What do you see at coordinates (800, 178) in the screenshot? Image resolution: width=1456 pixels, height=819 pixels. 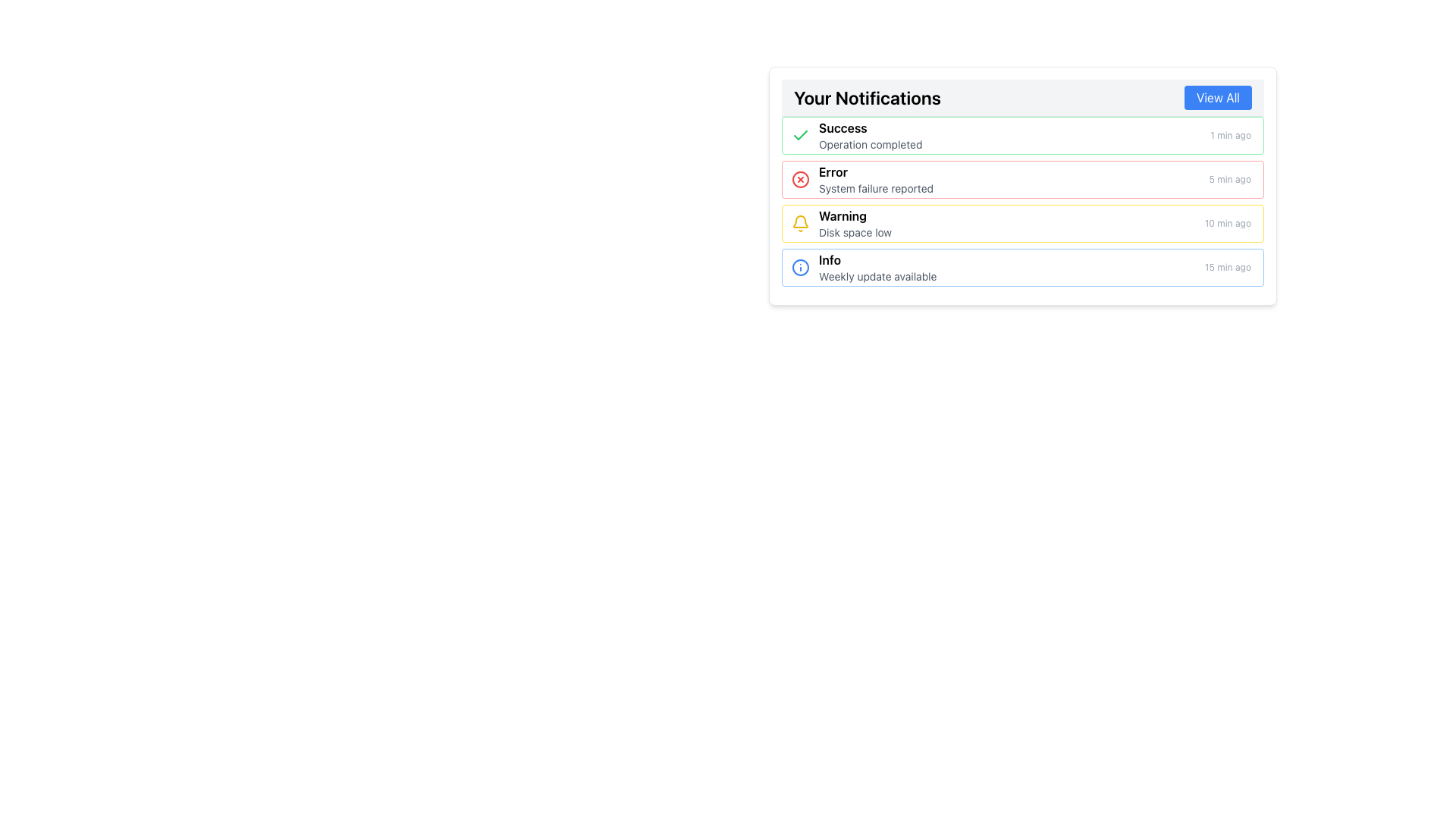 I see `the error notification icon in the 'Your Notifications' list, located at the beginning of the second row with the text 'Error'` at bounding box center [800, 178].